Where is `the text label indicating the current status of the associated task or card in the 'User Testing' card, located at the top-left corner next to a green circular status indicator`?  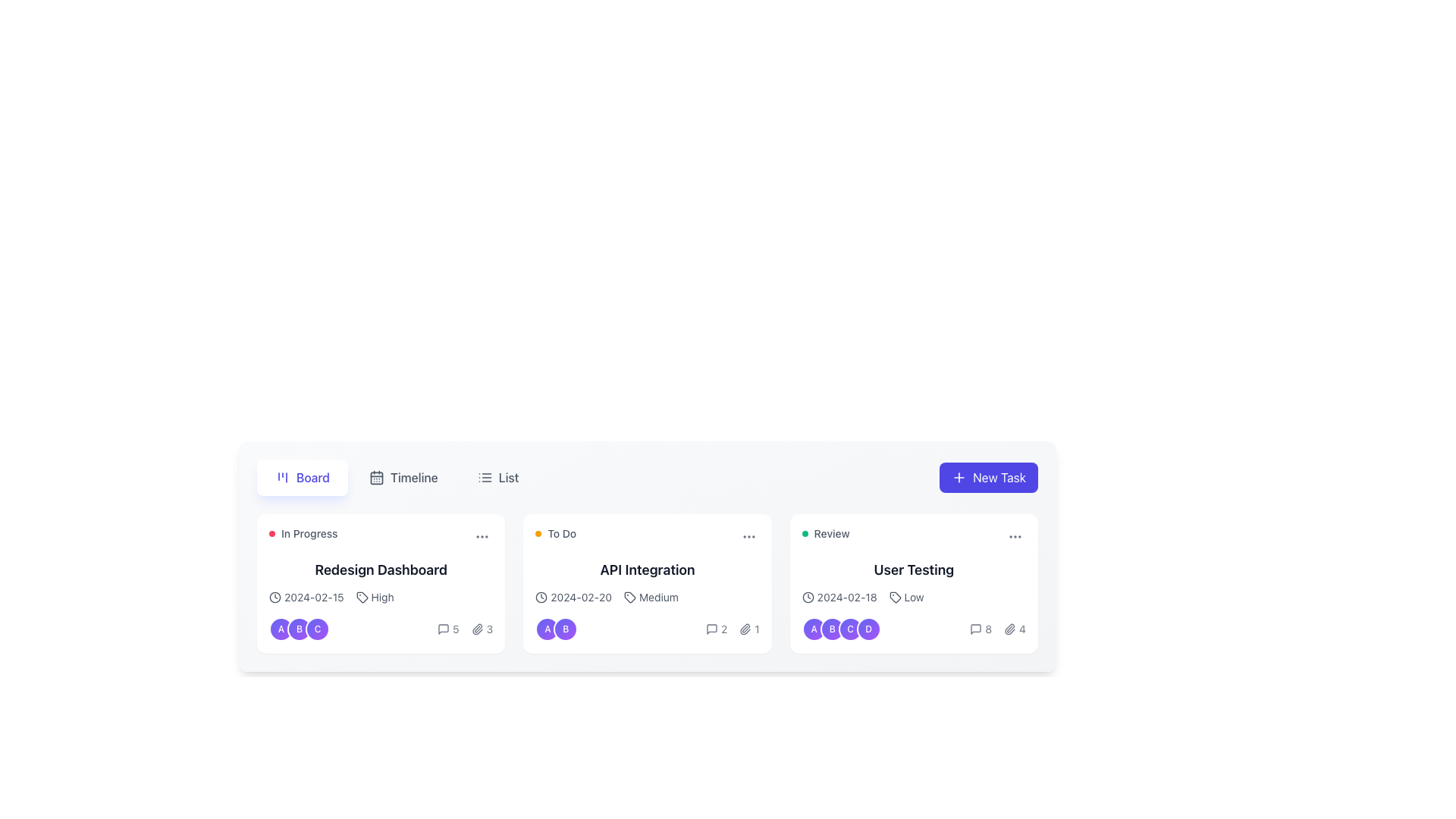
the text label indicating the current status of the associated task or card in the 'User Testing' card, located at the top-left corner next to a green circular status indicator is located at coordinates (831, 533).